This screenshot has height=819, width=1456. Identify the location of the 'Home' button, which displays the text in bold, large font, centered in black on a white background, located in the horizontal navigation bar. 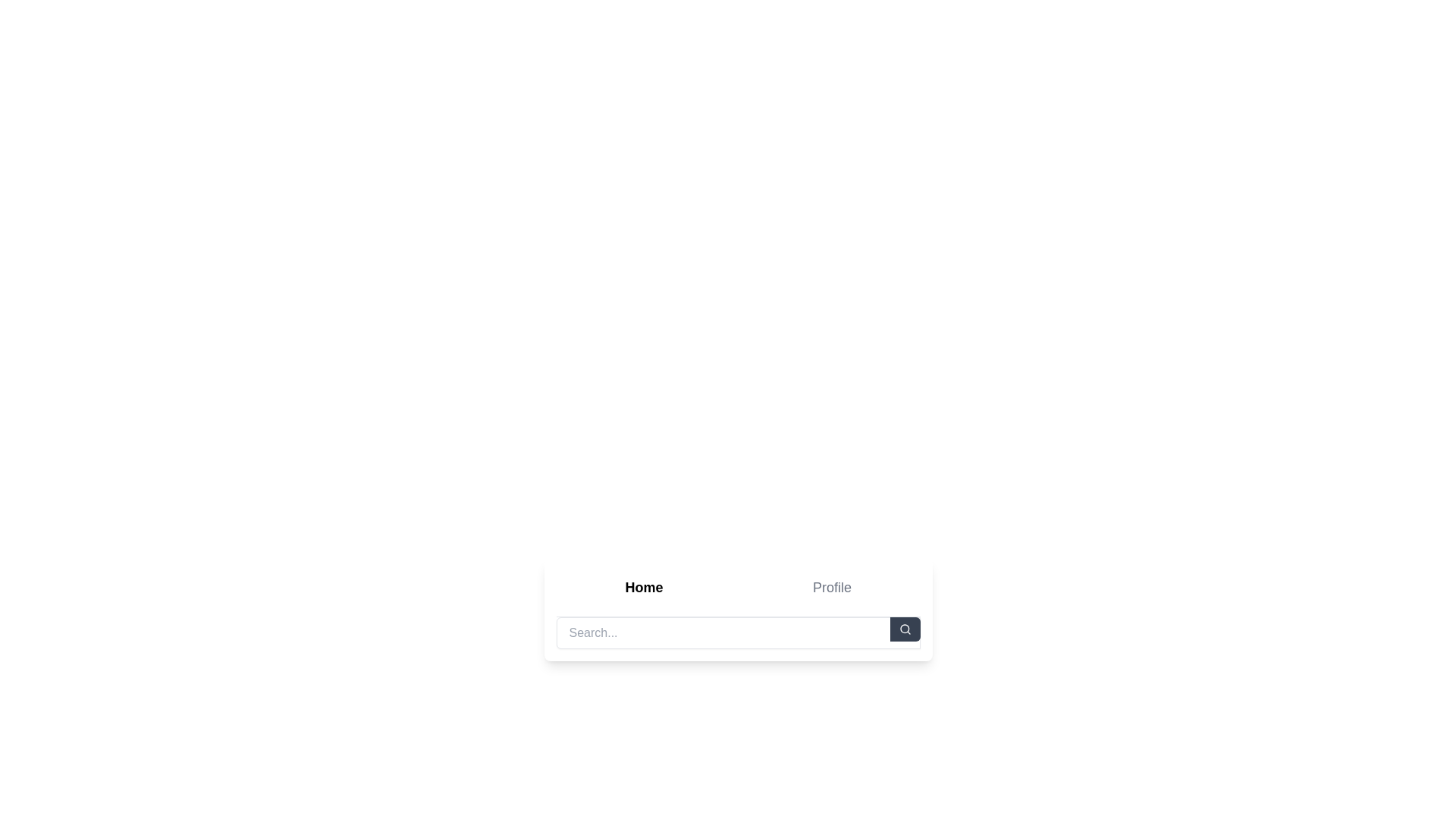
(644, 587).